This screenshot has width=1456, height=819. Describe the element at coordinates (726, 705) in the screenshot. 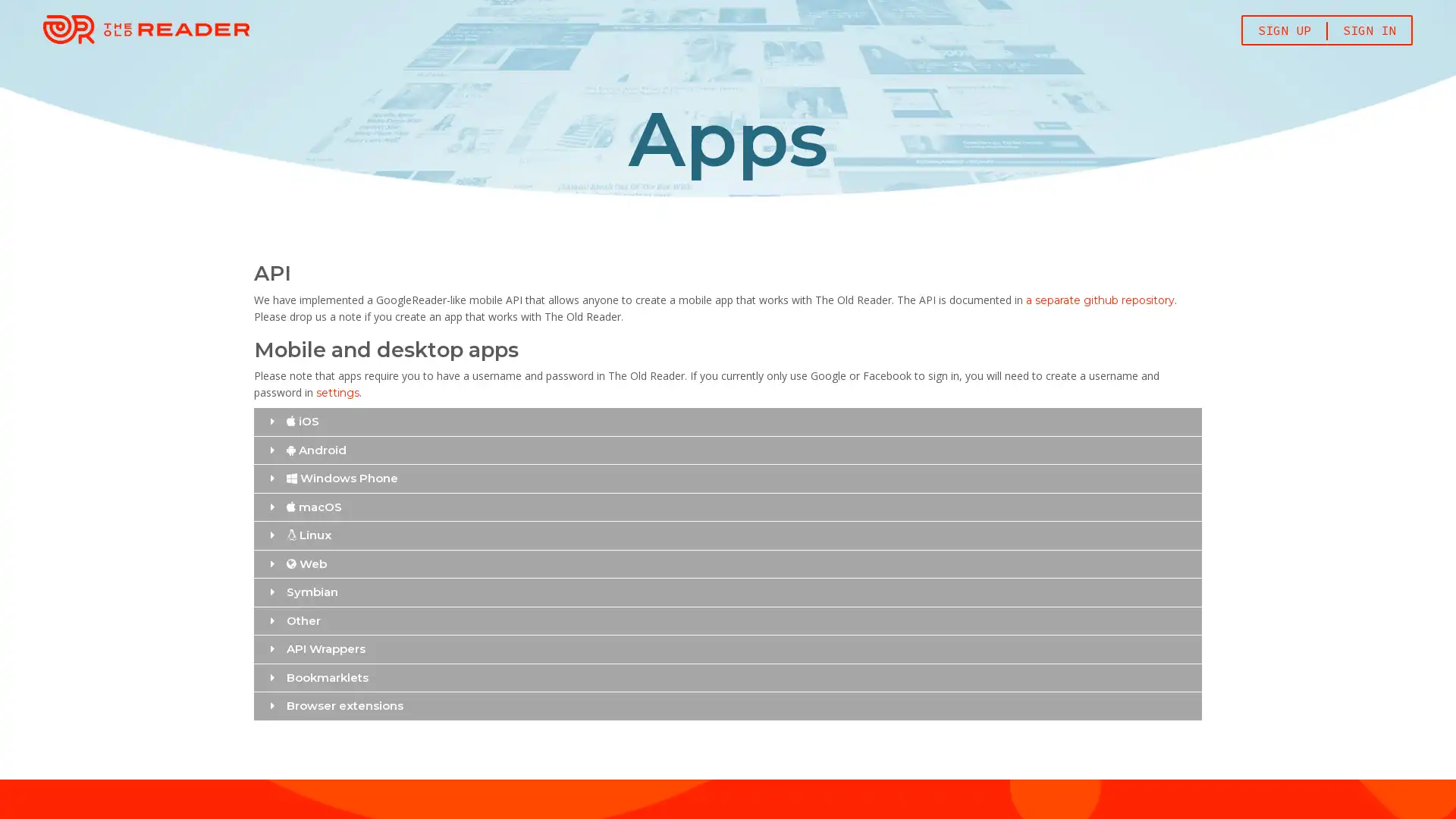

I see `Browser extensions` at that location.